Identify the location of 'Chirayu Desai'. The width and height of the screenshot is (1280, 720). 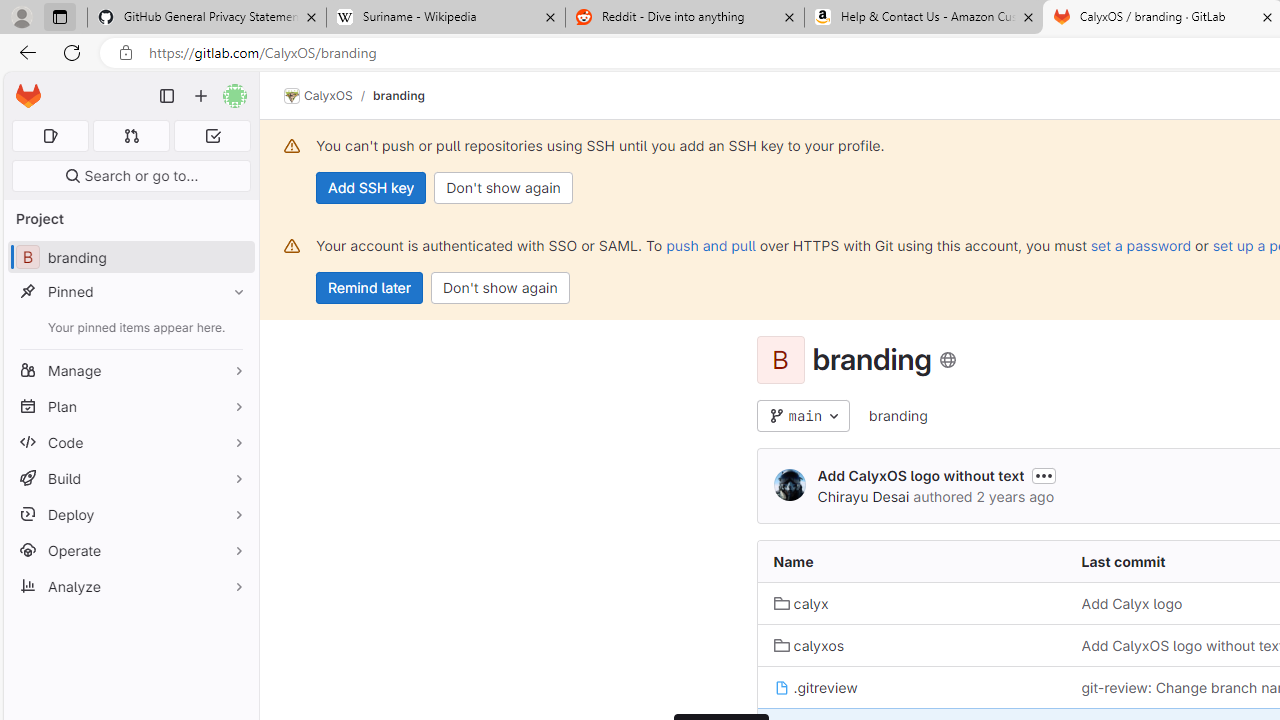
(788, 486).